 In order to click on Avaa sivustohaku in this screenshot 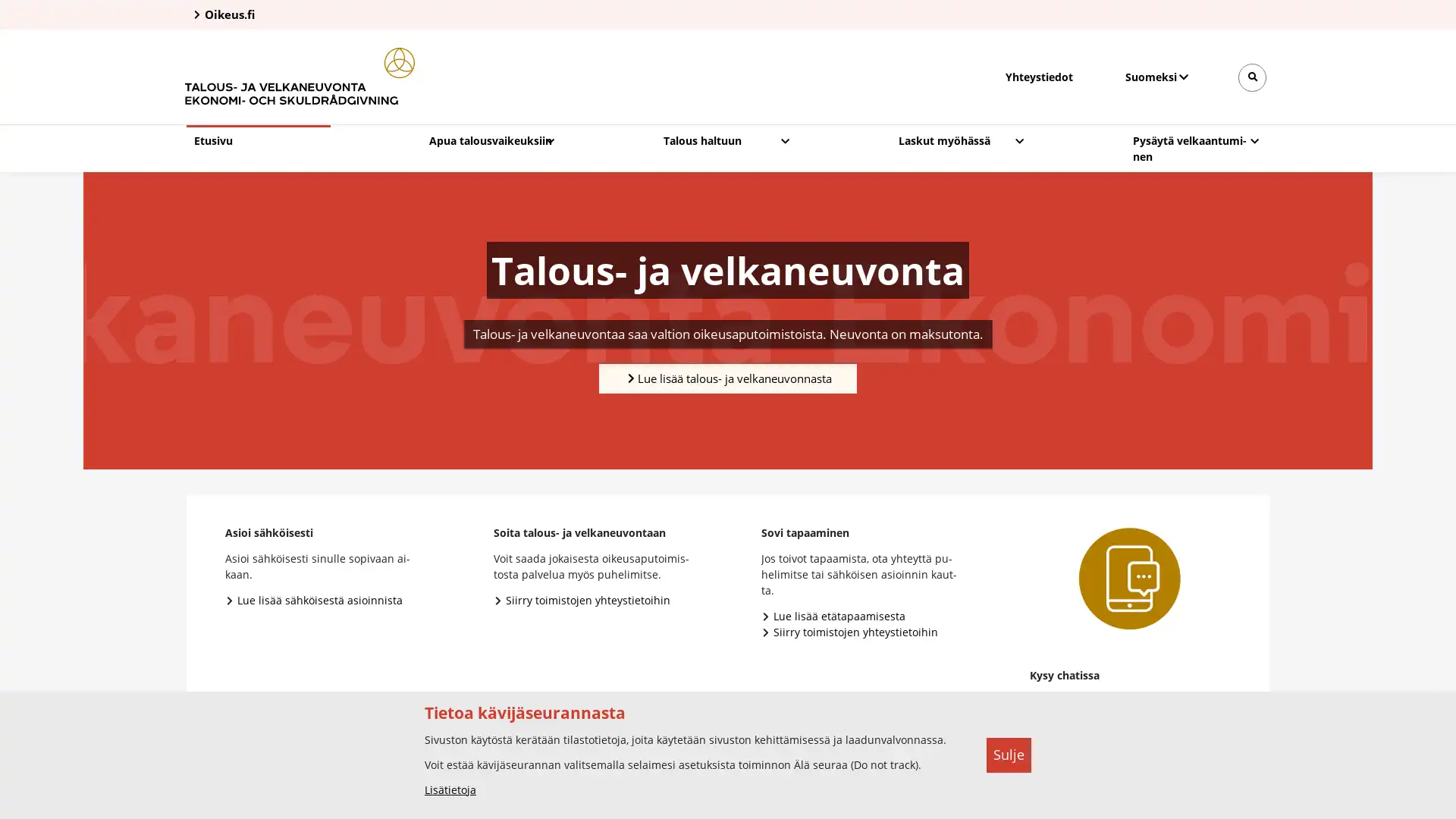, I will do `click(1252, 77)`.